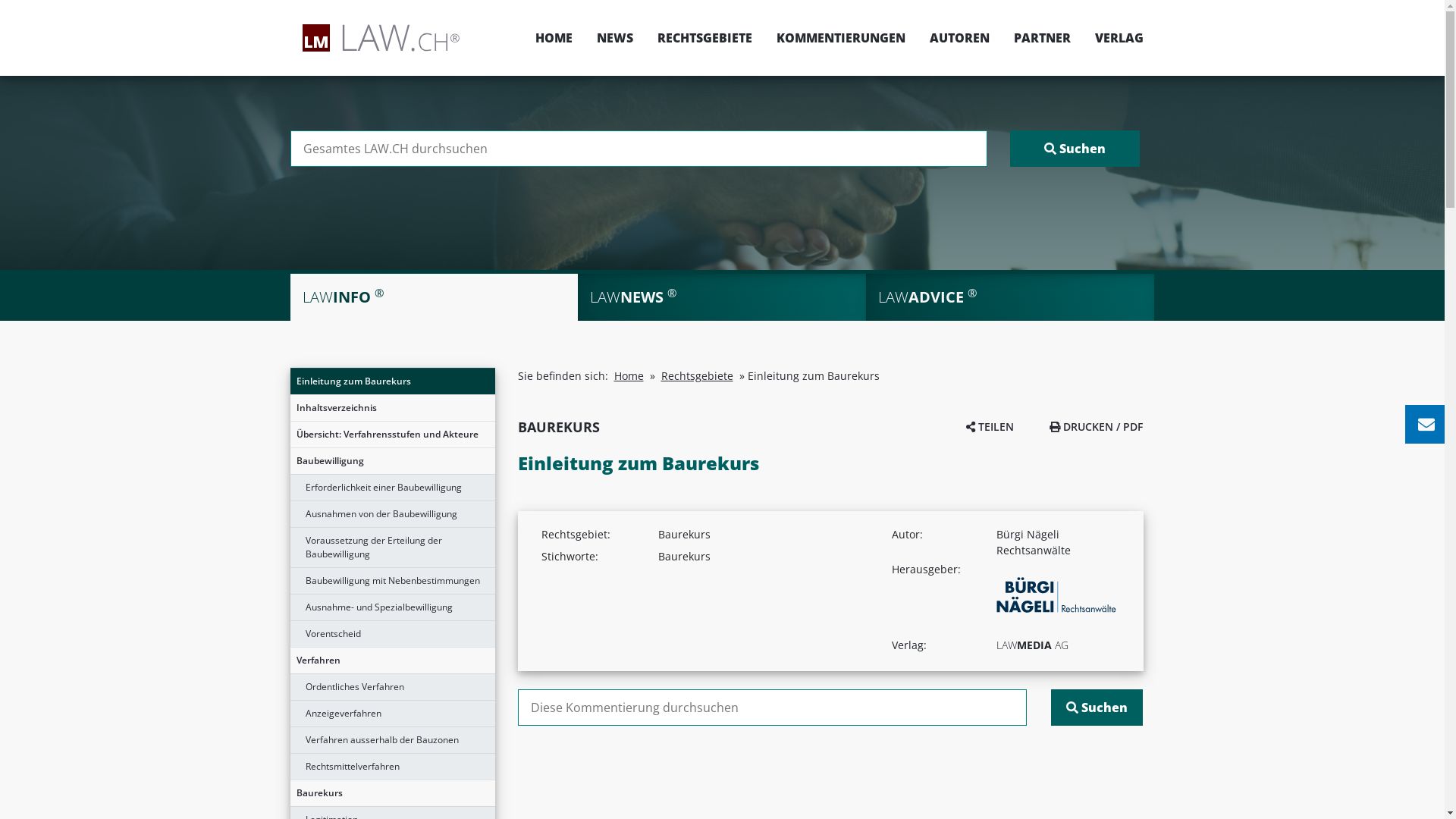  What do you see at coordinates (290, 580) in the screenshot?
I see `'Baubewilligung mit Nebenbestimmungen'` at bounding box center [290, 580].